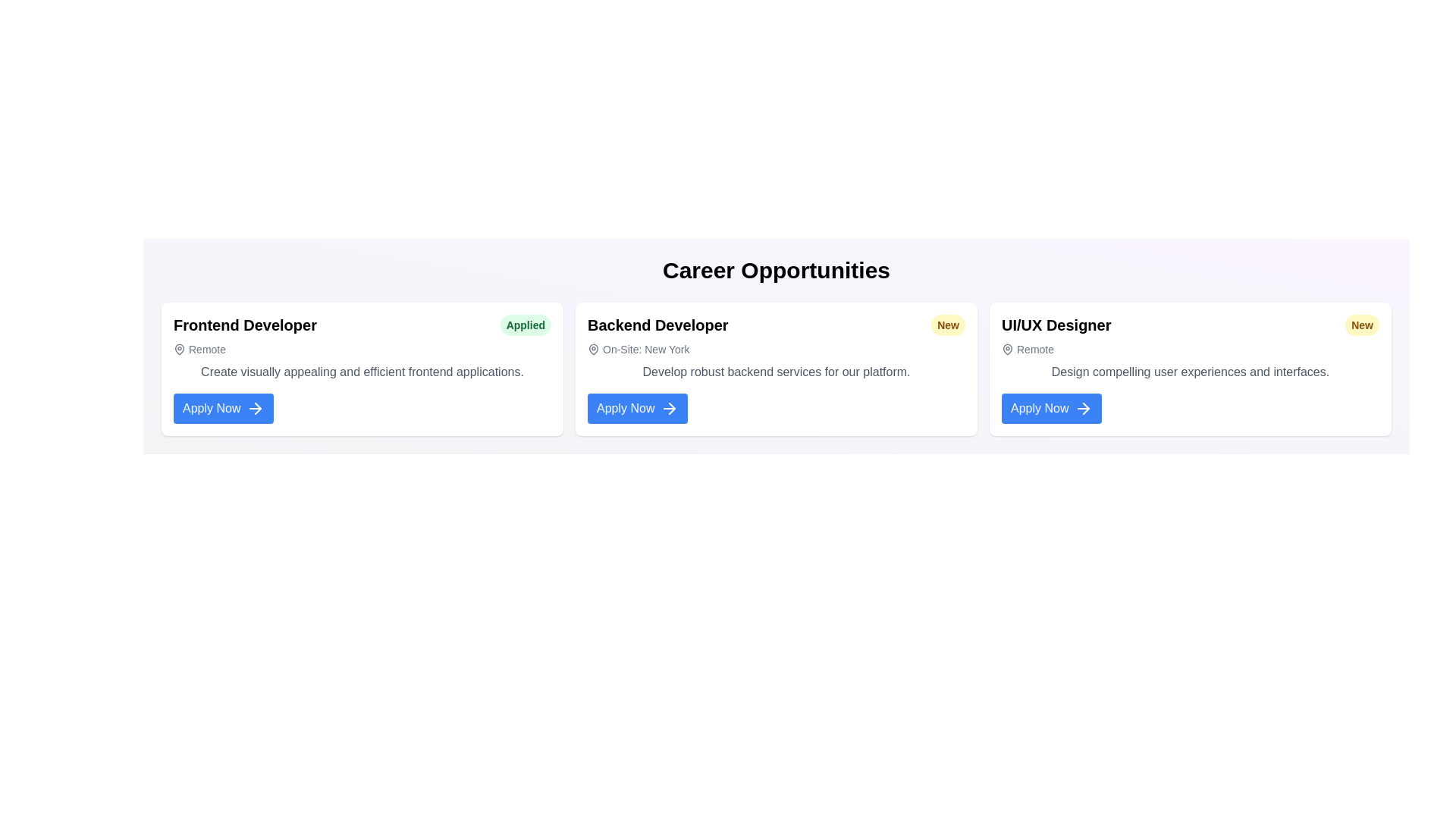 Image resolution: width=1456 pixels, height=819 pixels. Describe the element at coordinates (1189, 372) in the screenshot. I see `text content of the label that says 'Design compelling user experiences and interfaces.' located in the 'UI/UX Designer' job card, positioned below the job title and above the 'Apply Now' button` at that location.